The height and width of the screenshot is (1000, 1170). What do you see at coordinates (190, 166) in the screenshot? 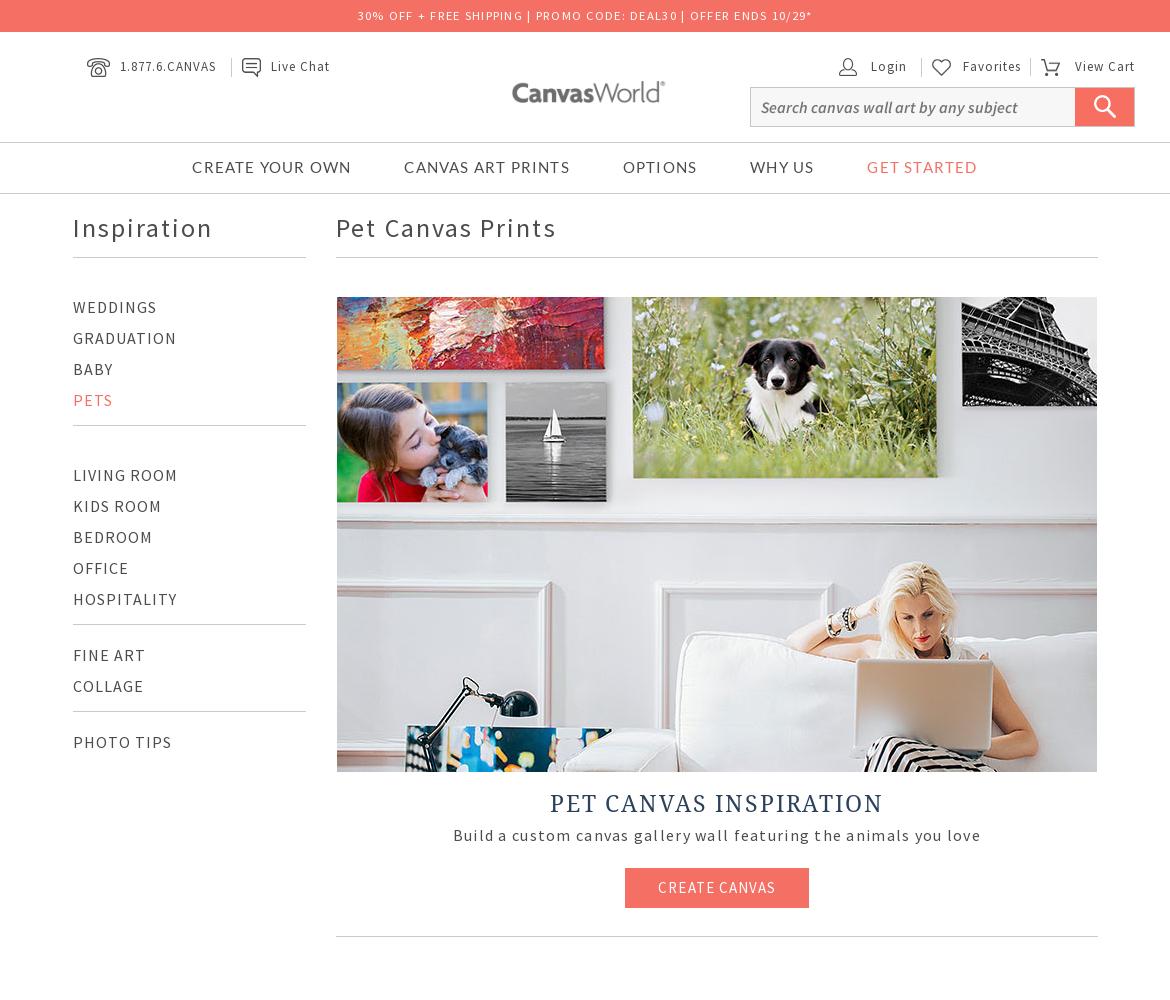
I see `'Create Your Own'` at bounding box center [190, 166].